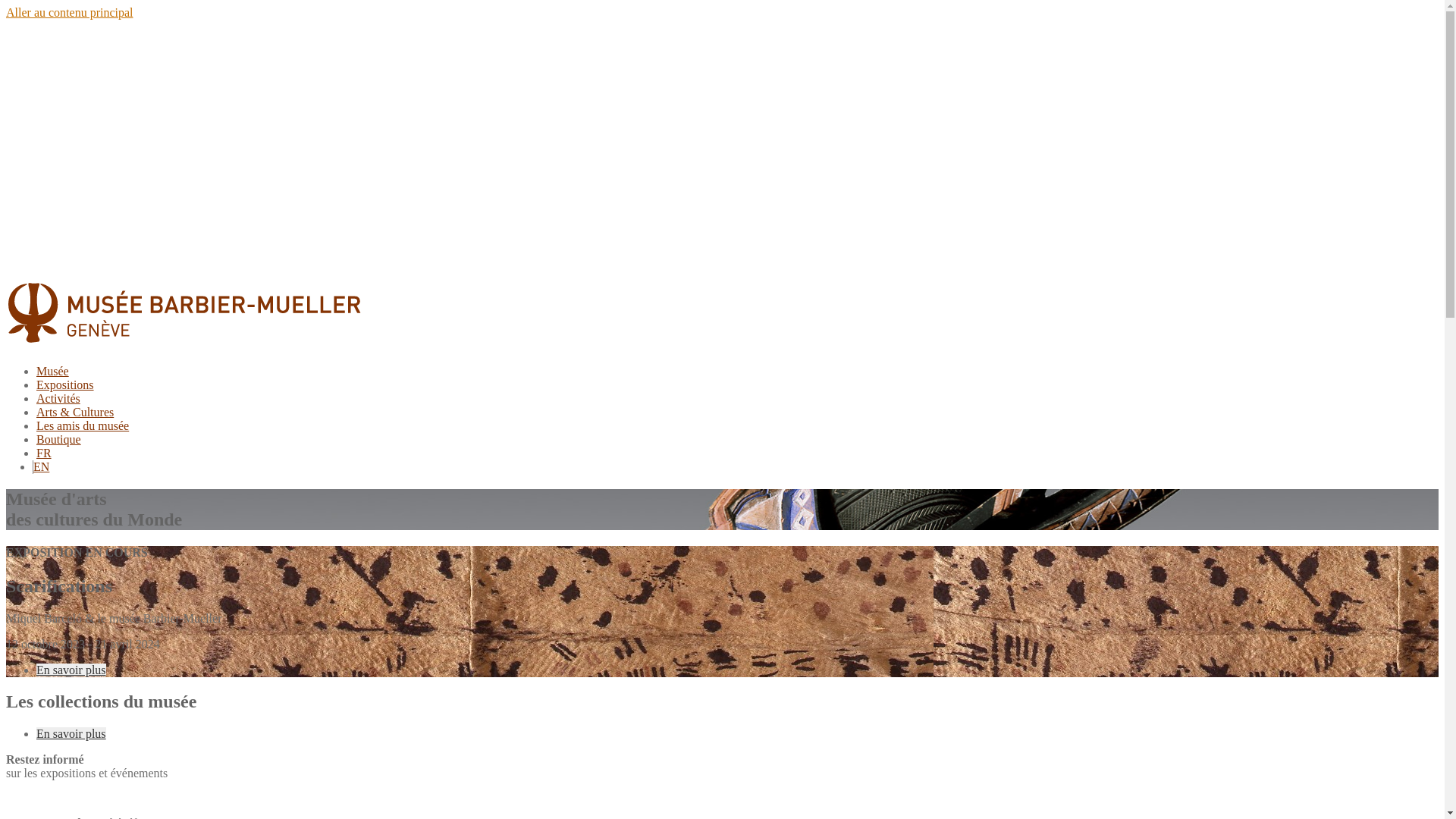 The height and width of the screenshot is (819, 1456). What do you see at coordinates (58, 439) in the screenshot?
I see `'Boutique'` at bounding box center [58, 439].